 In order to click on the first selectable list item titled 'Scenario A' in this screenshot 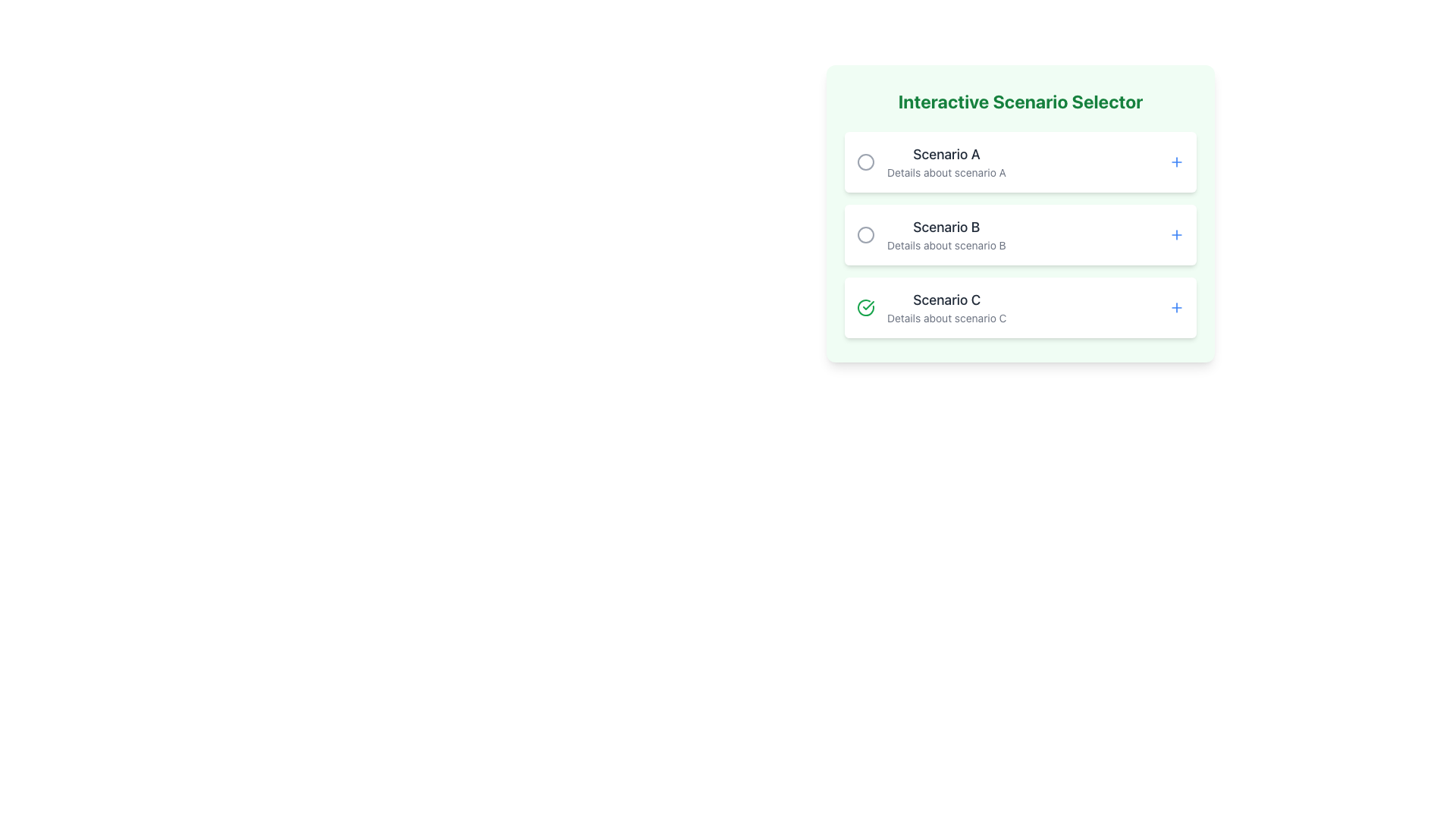, I will do `click(946, 162)`.